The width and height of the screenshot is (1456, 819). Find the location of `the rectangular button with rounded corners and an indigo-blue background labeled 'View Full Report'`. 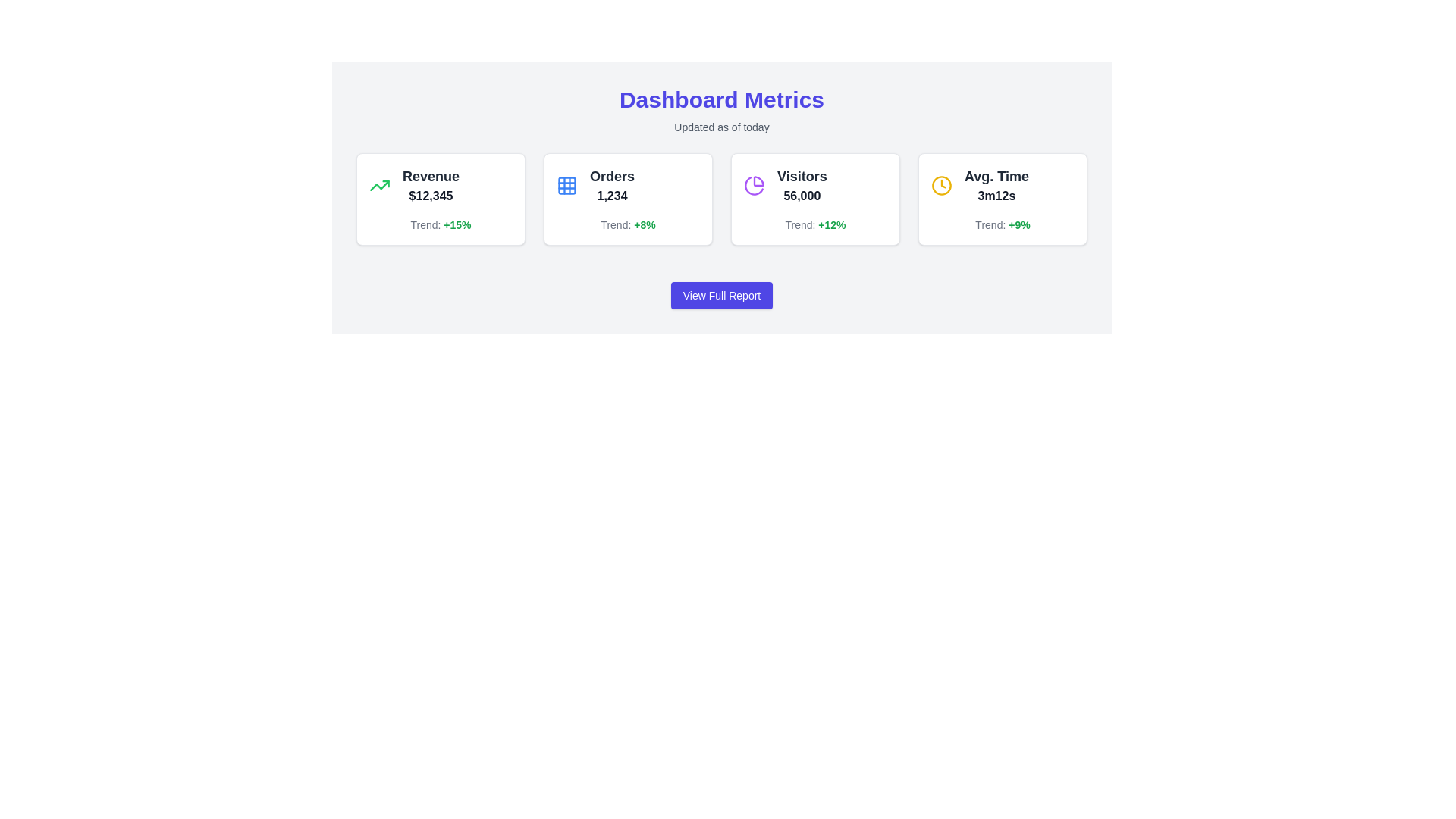

the rectangular button with rounded corners and an indigo-blue background labeled 'View Full Report' is located at coordinates (720, 295).